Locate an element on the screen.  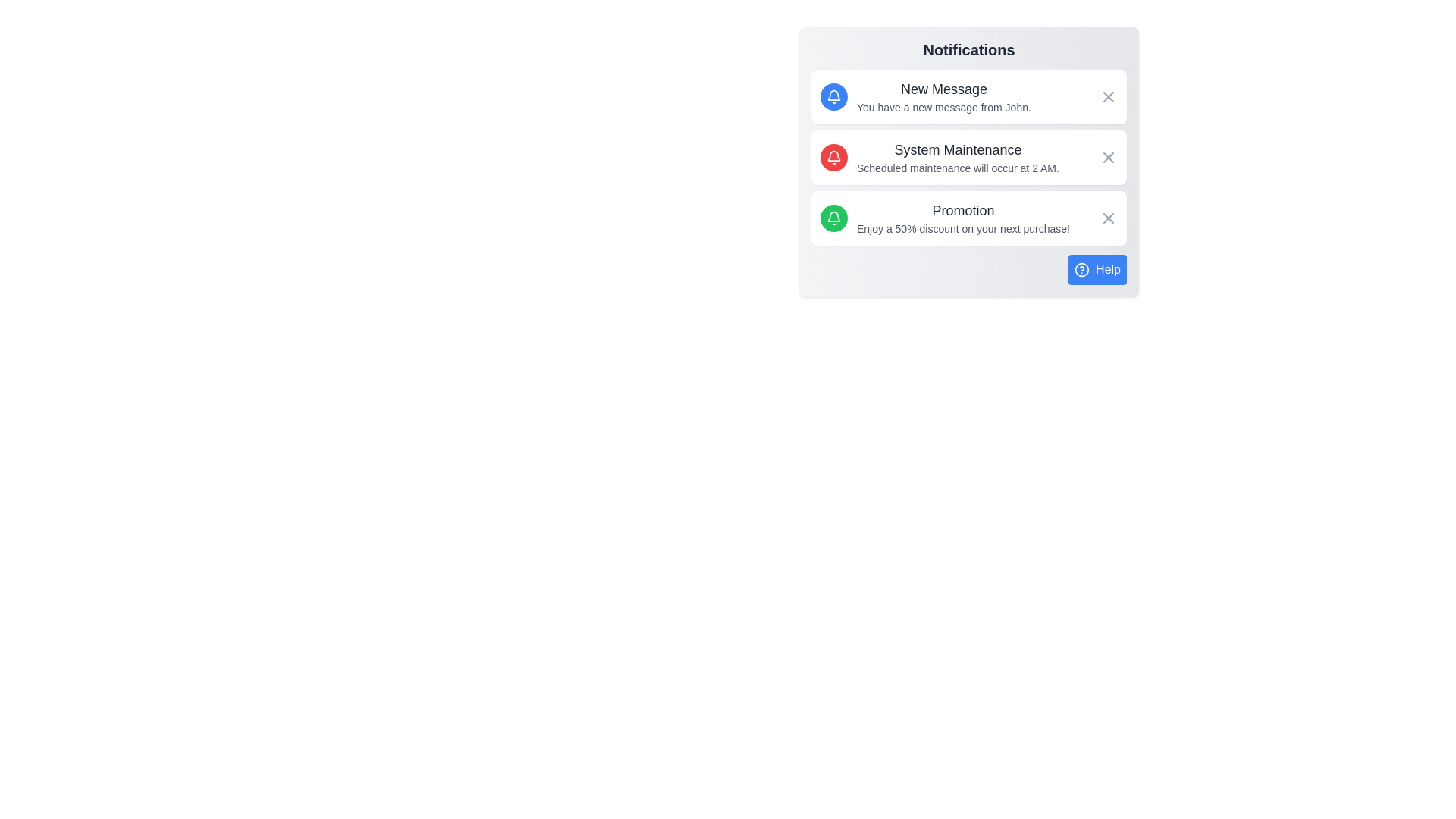
the second notification in the list regarding scheduled system maintenance for further interaction is located at coordinates (957, 158).